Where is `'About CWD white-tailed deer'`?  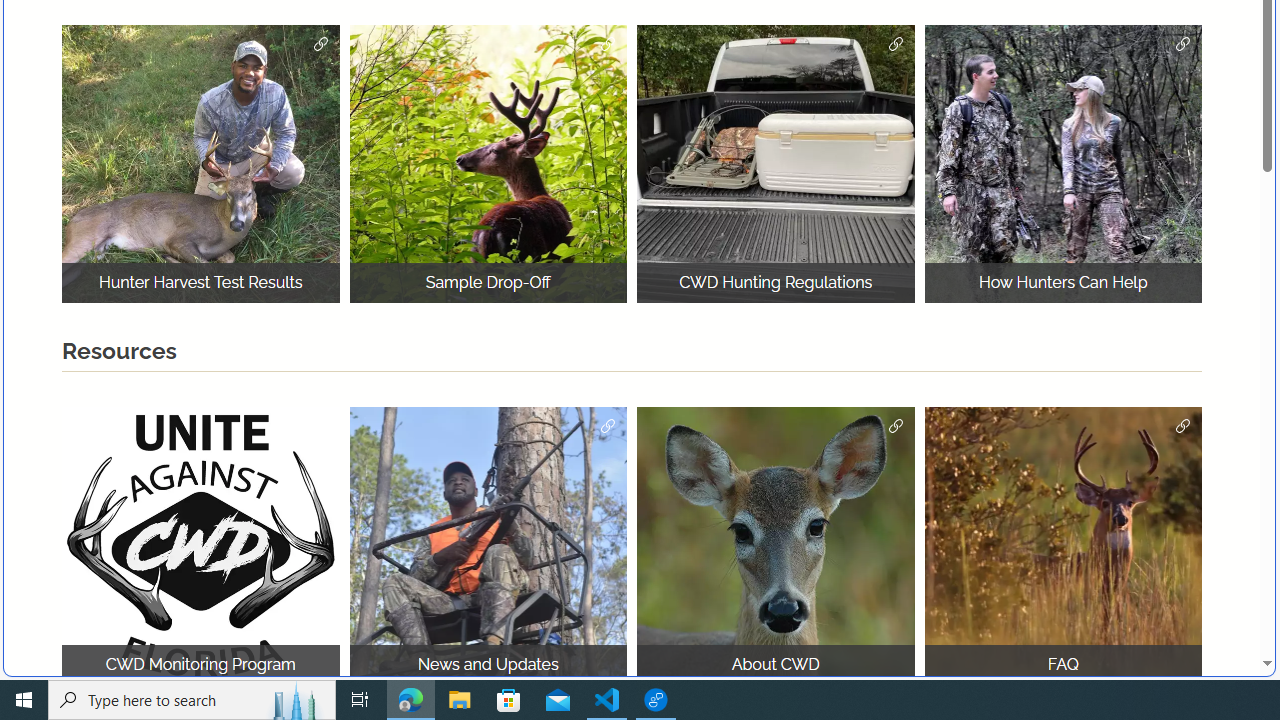 'About CWD white-tailed deer' is located at coordinates (775, 545).